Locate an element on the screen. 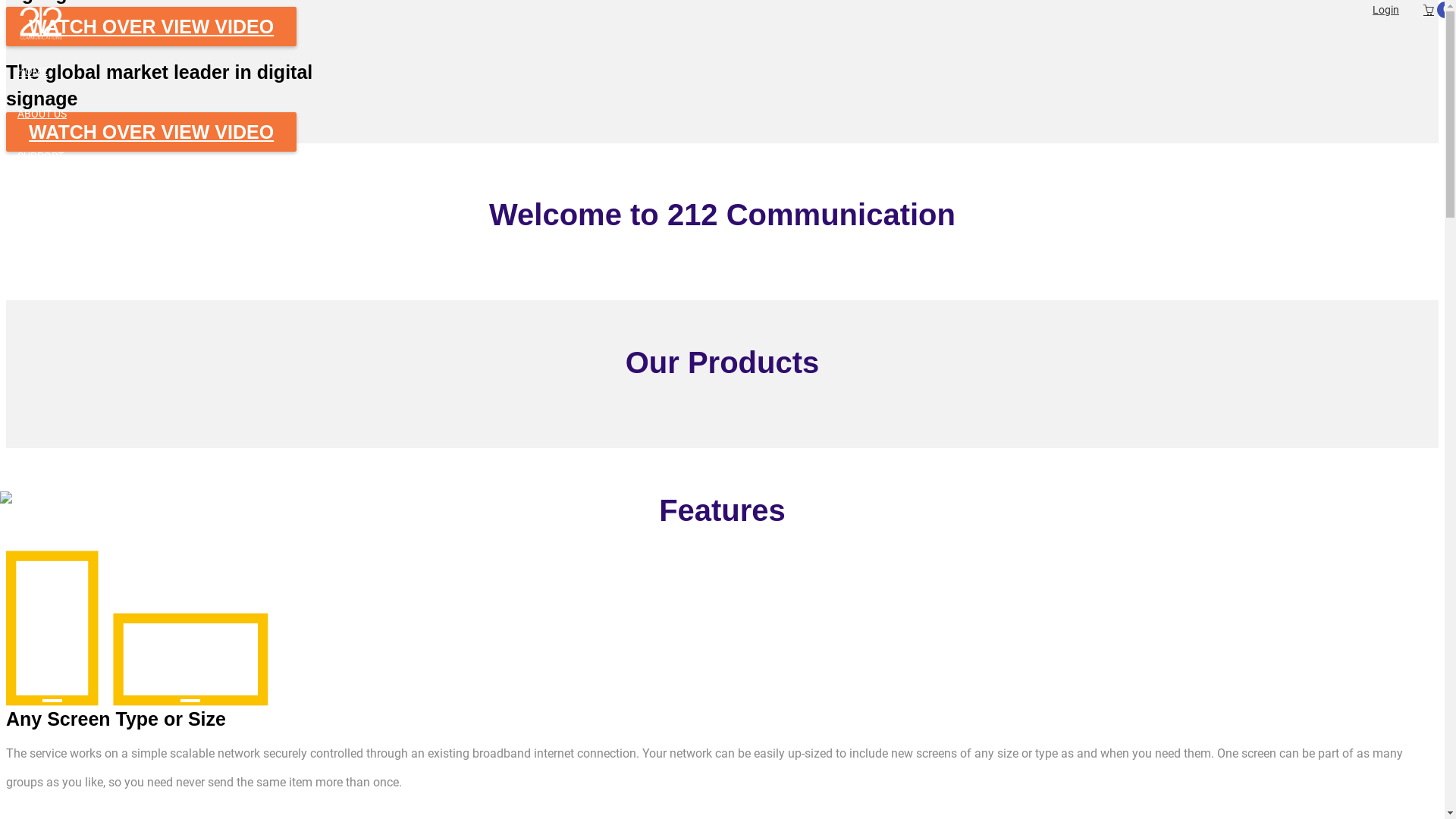  'CONTACT US' is located at coordinates (730, 240).